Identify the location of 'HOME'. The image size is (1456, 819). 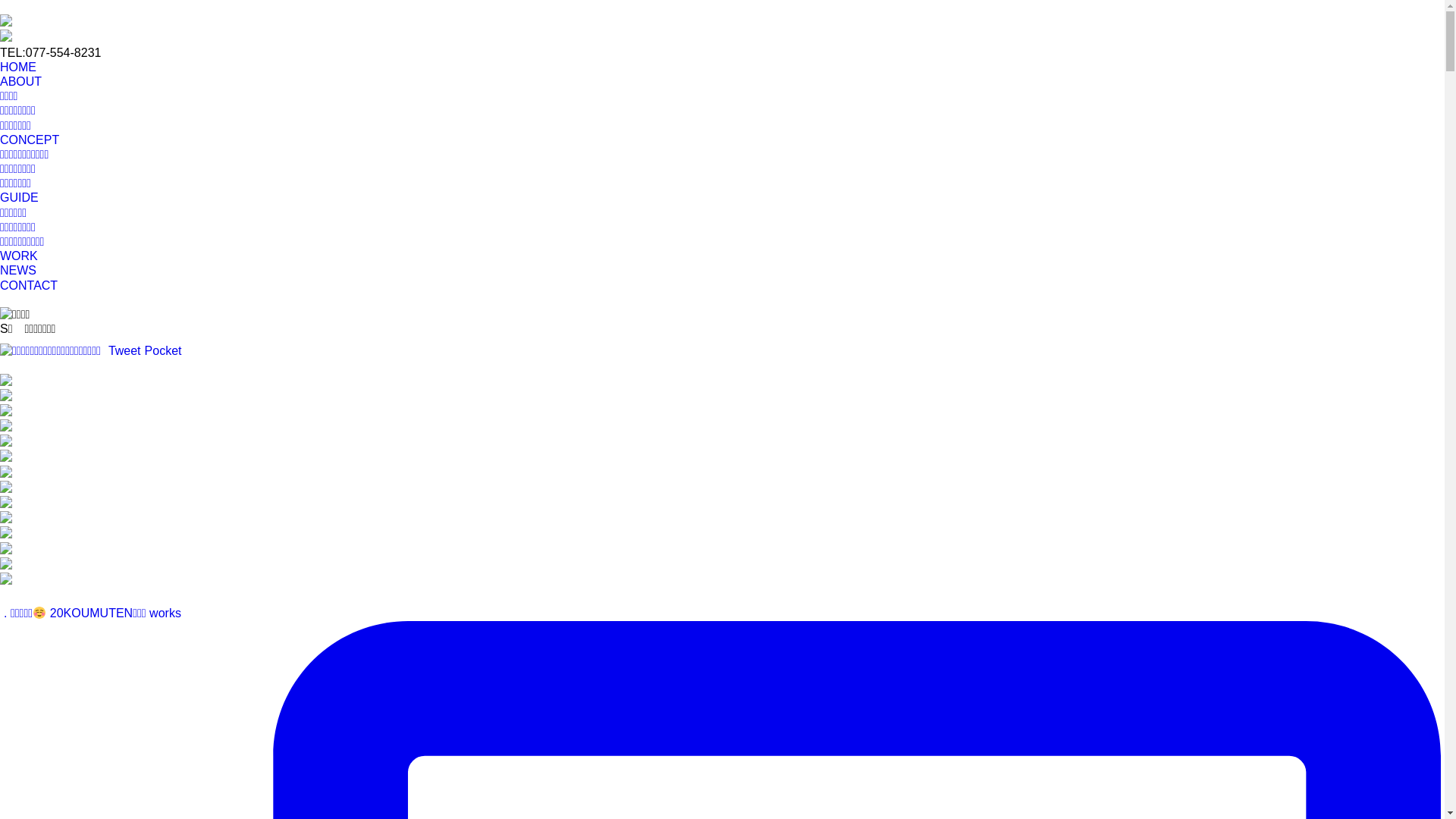
(0, 66).